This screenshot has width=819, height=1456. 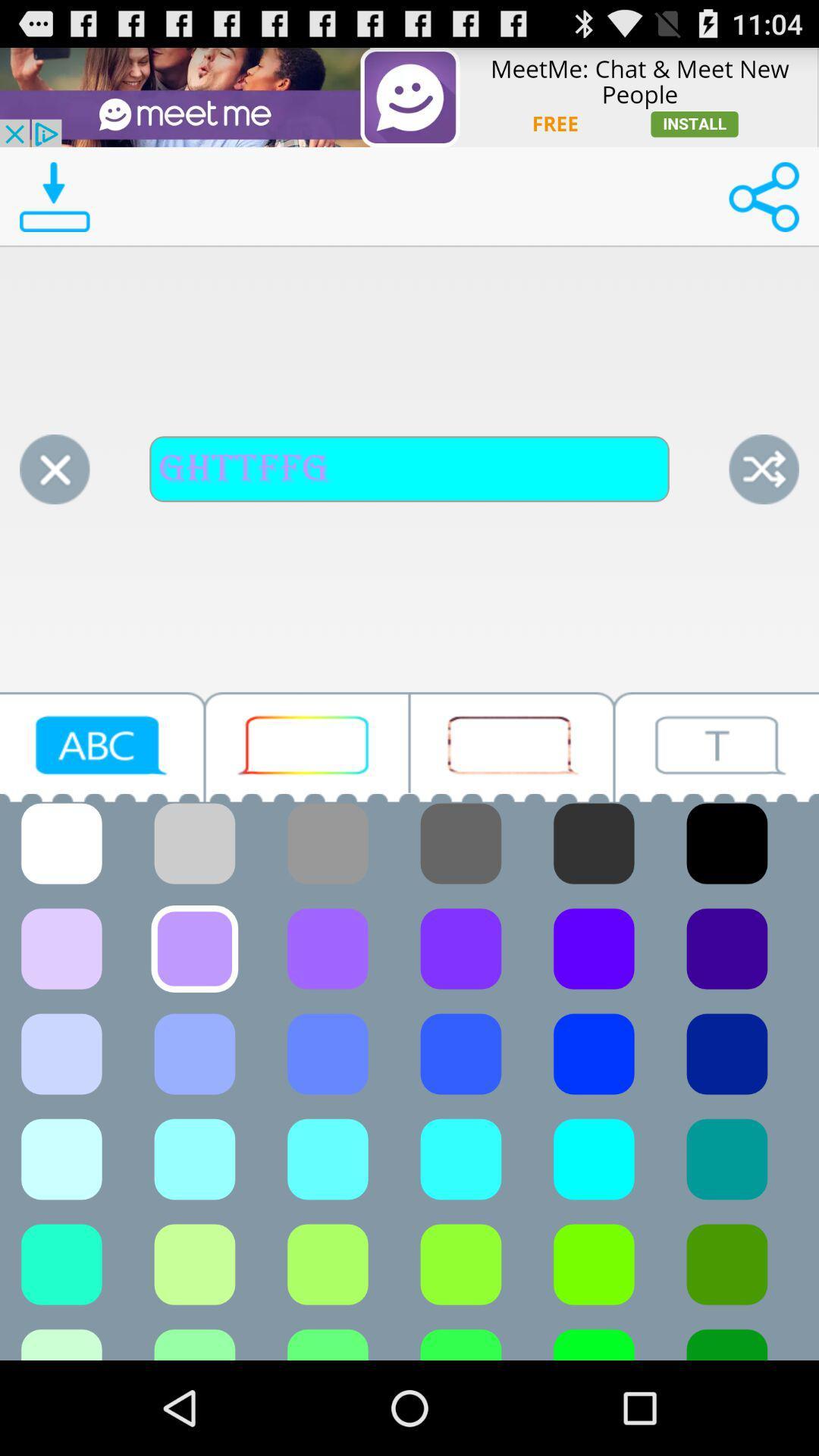 I want to click on shuffle, so click(x=764, y=469).